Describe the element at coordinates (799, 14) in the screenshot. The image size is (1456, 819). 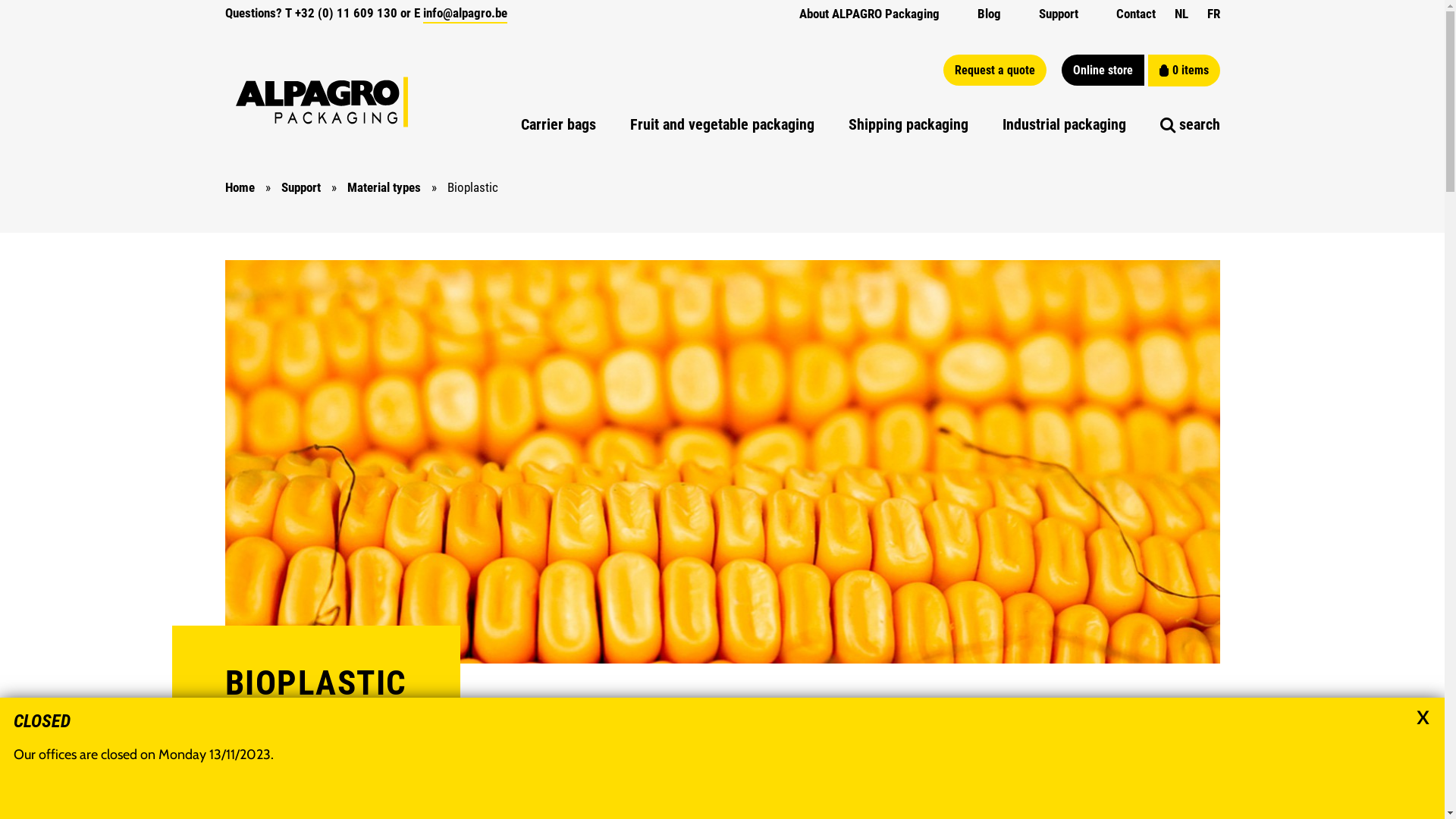
I see `'About ALPAGRO Packaging'` at that location.